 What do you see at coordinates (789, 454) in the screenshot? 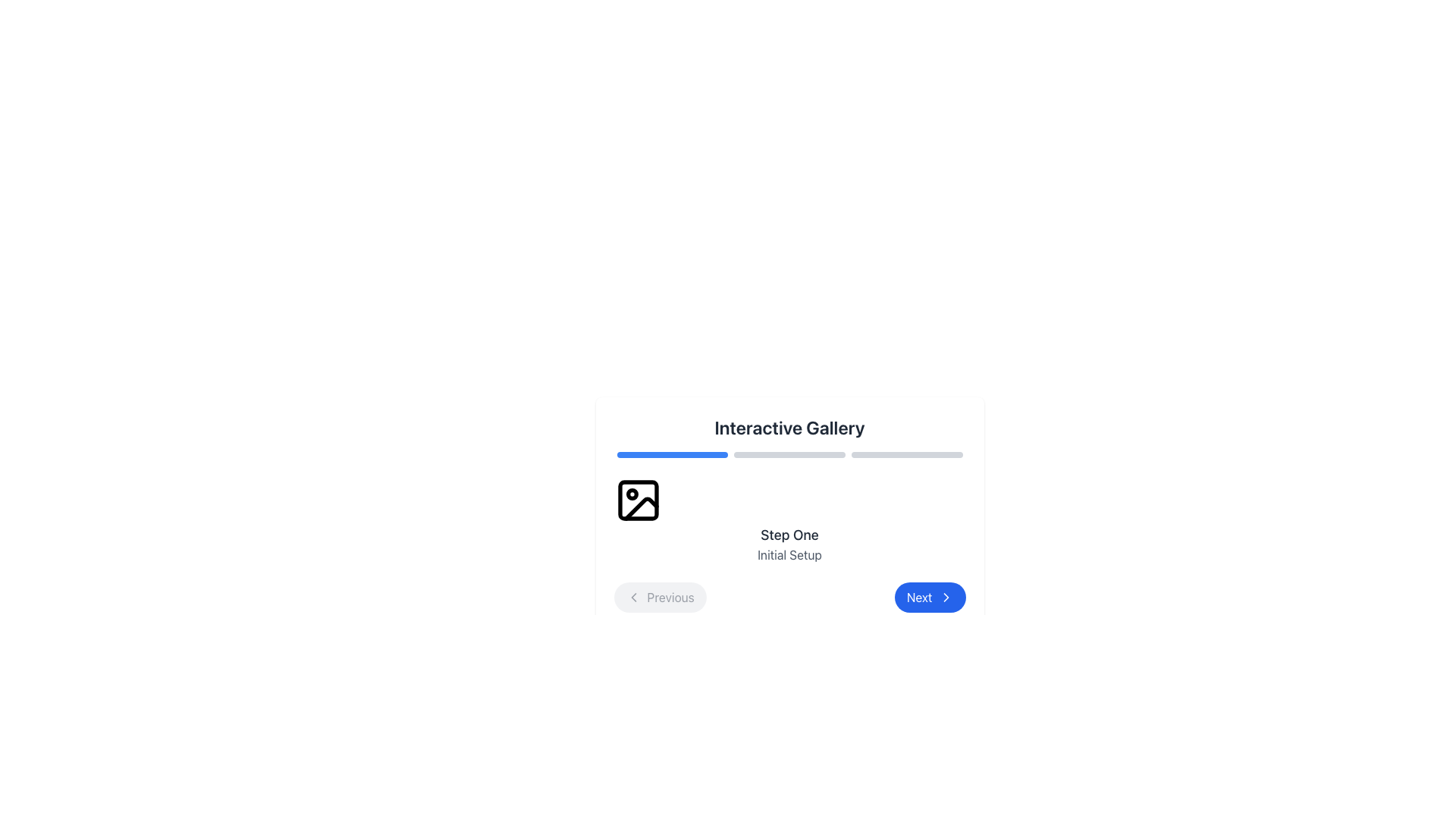
I see `the horizontal progress indicator located below the title 'Interactive Gallery' and above 'Step One' and 'Initial Setup'` at bounding box center [789, 454].